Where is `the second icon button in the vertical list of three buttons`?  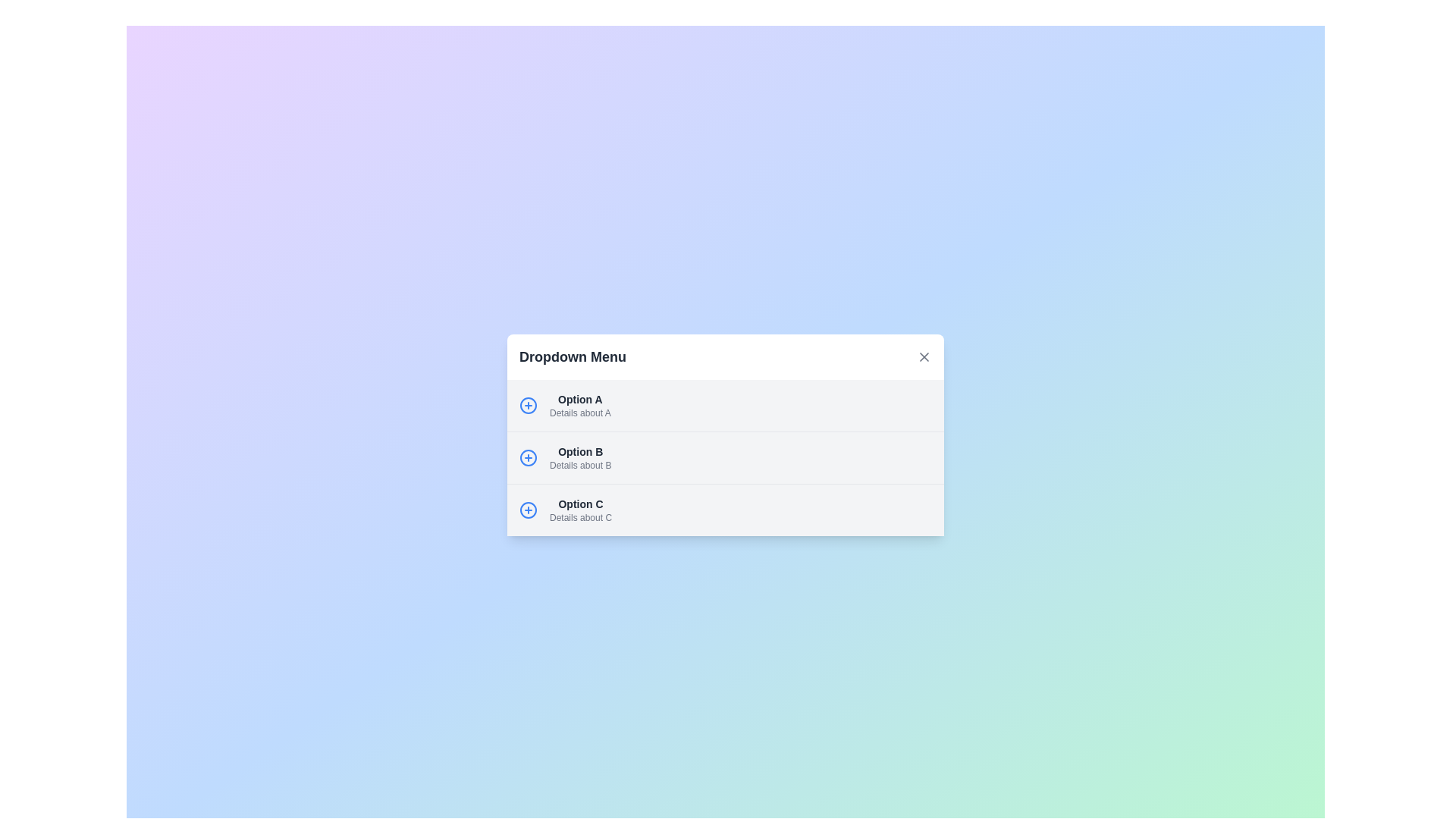
the second icon button in the vertical list of three buttons is located at coordinates (528, 457).